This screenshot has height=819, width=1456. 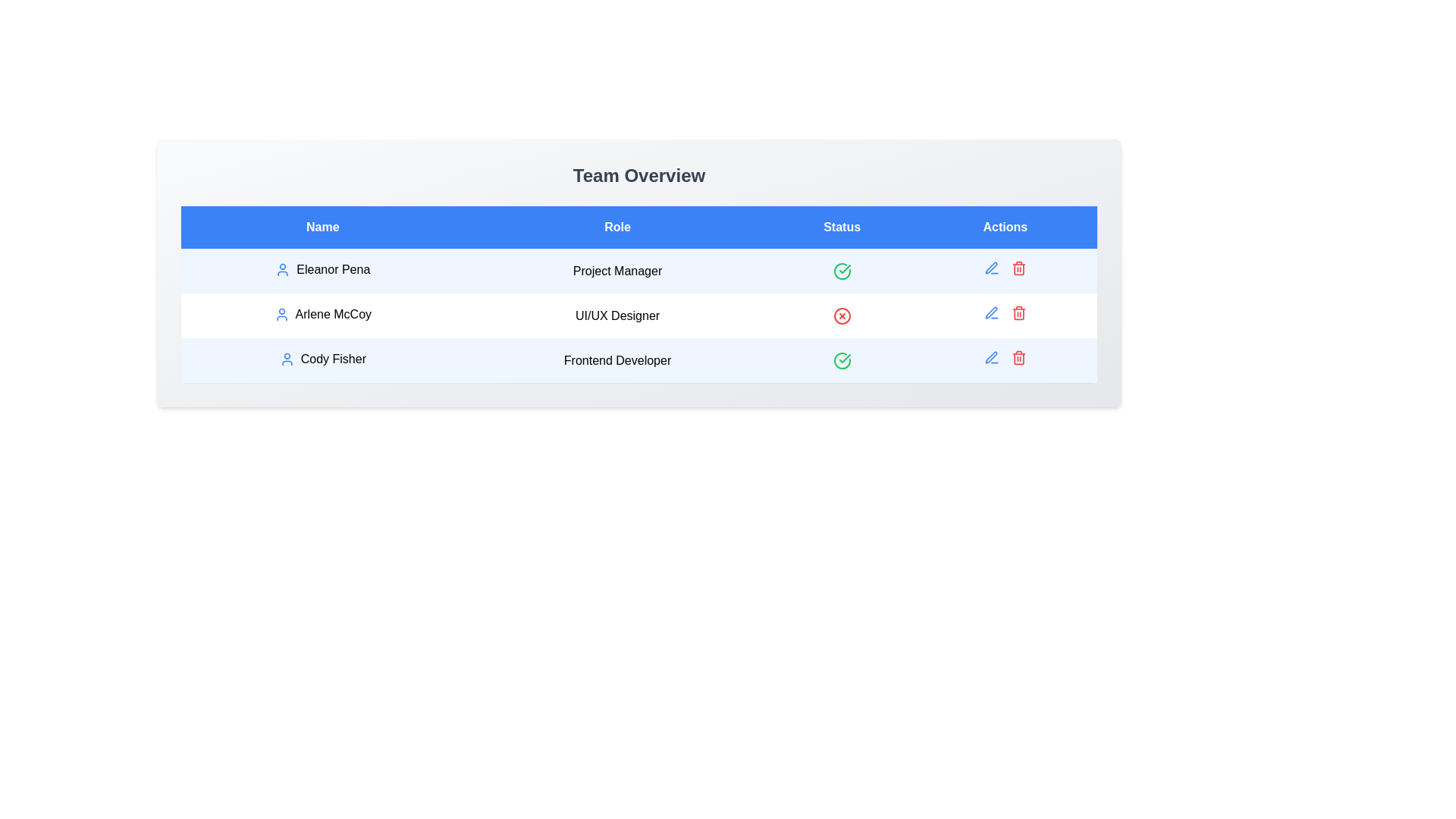 I want to click on the 'delete' button, which is the third interactive icon in the 'Actions' column of the second row of the data table, so click(x=1019, y=268).